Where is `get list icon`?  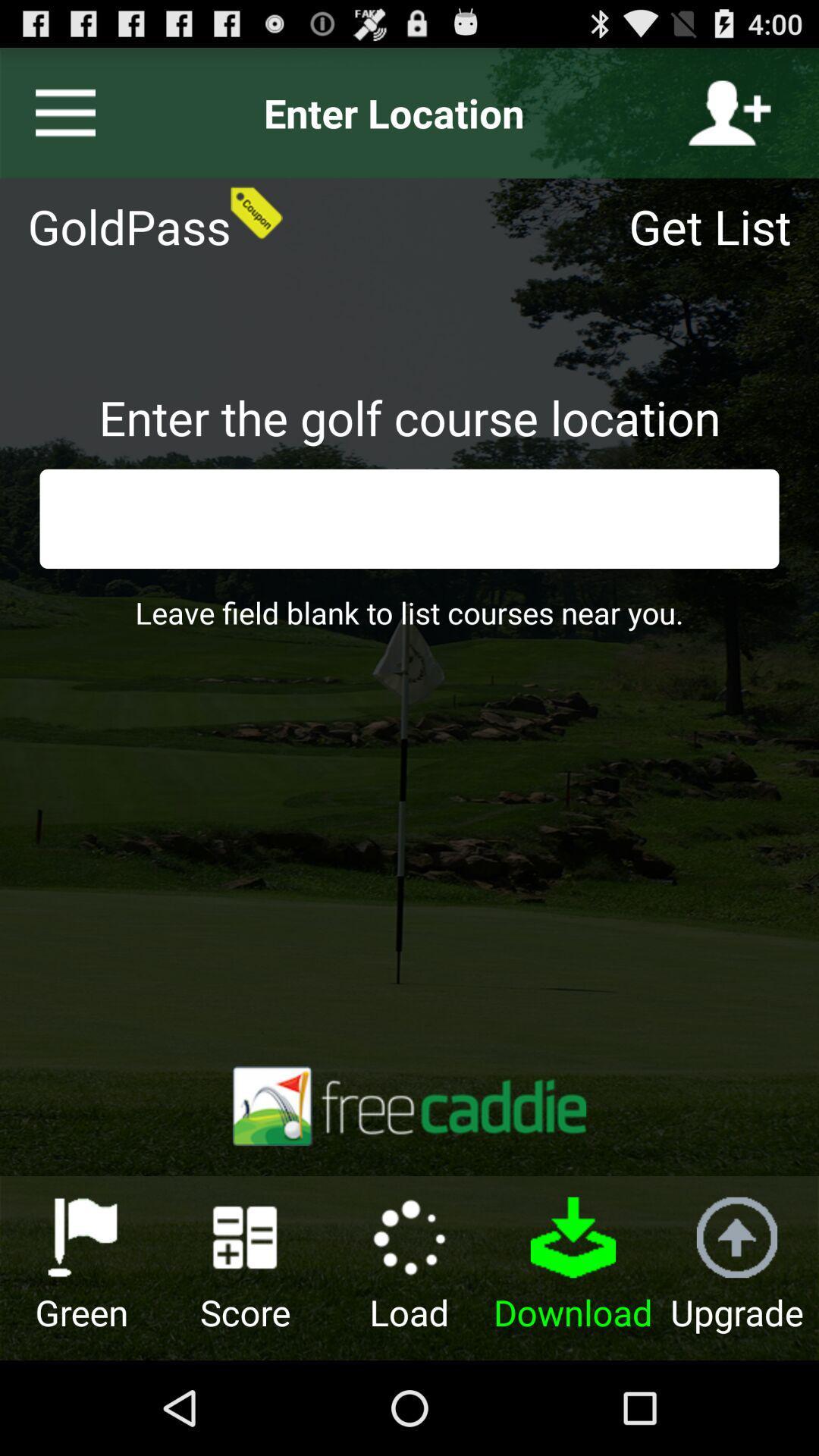 get list icon is located at coordinates (719, 225).